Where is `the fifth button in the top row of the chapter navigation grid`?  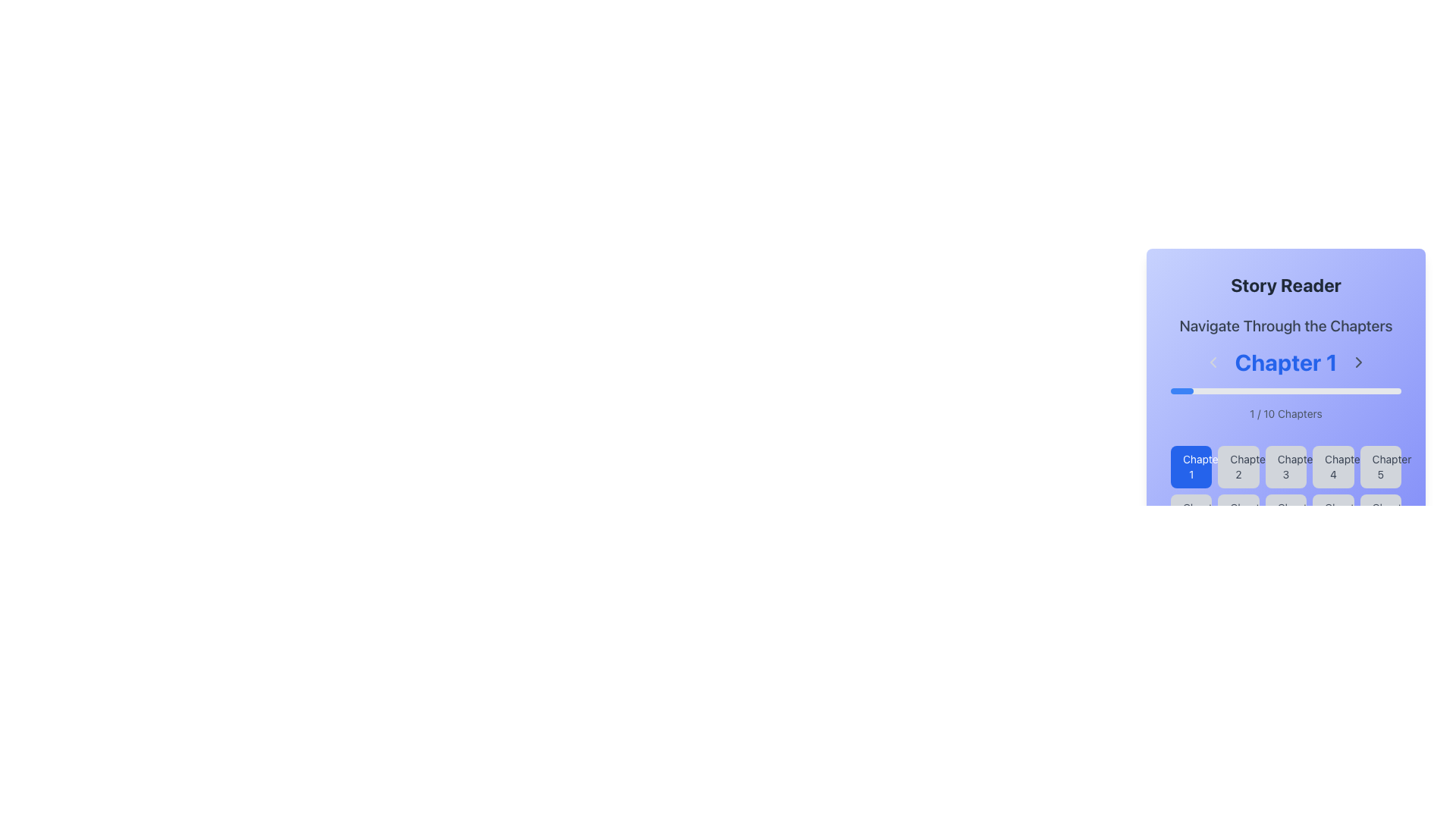
the fifth button in the top row of the chapter navigation grid is located at coordinates (1380, 466).